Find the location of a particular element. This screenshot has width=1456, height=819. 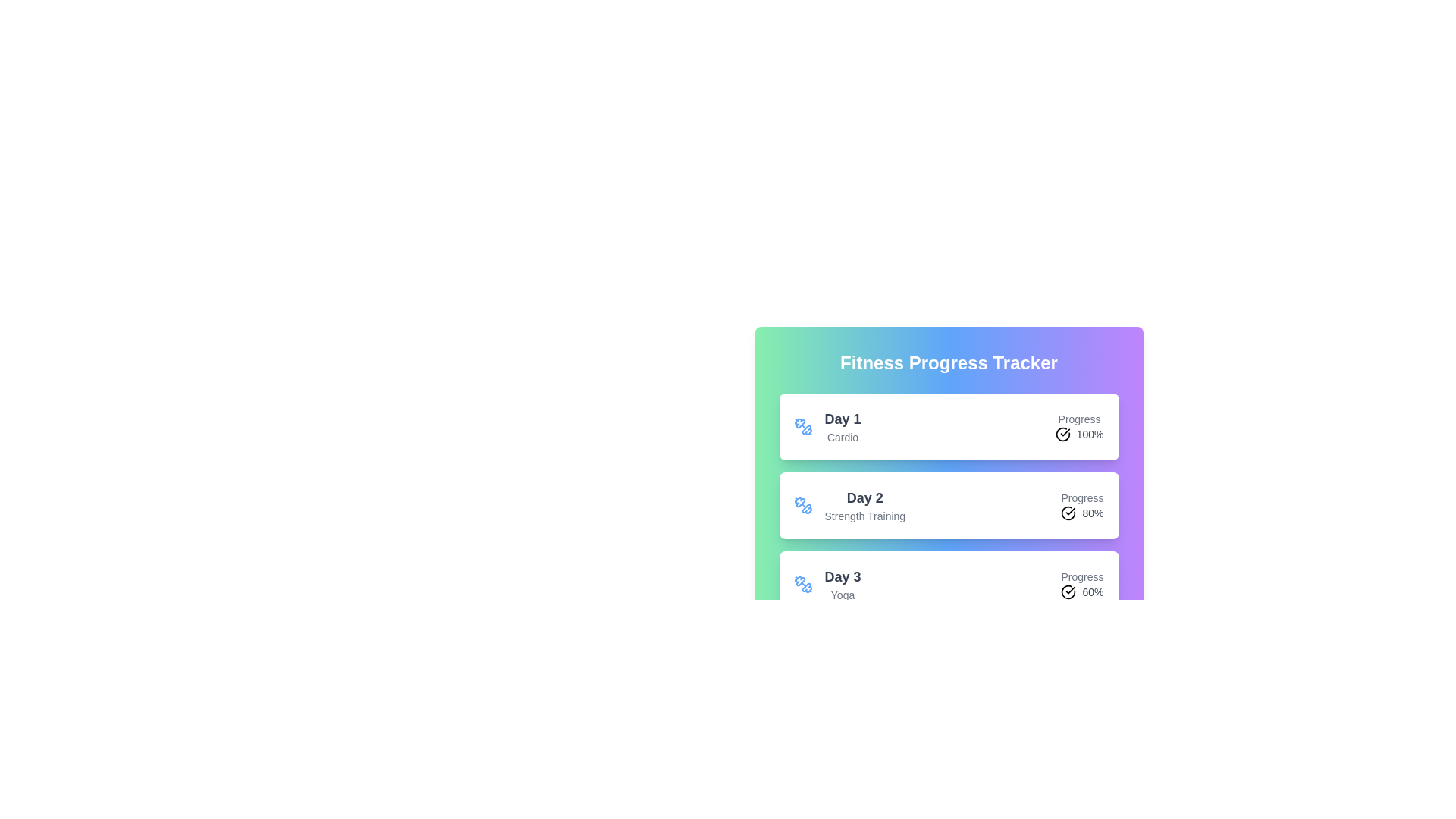

the activity icon for Strength Training is located at coordinates (802, 506).